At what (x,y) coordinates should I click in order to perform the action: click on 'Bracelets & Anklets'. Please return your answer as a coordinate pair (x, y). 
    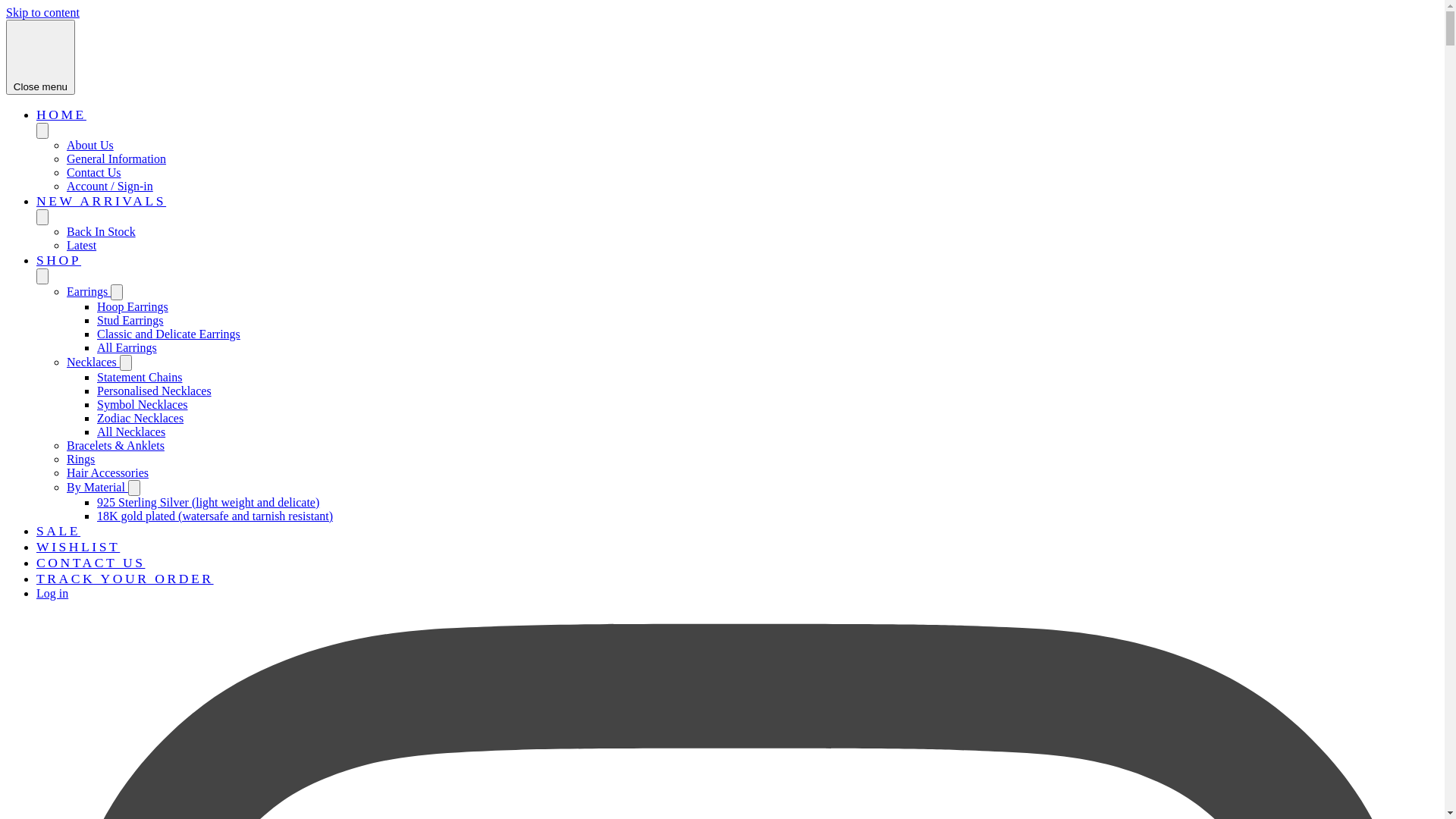
    Looking at the image, I should click on (115, 444).